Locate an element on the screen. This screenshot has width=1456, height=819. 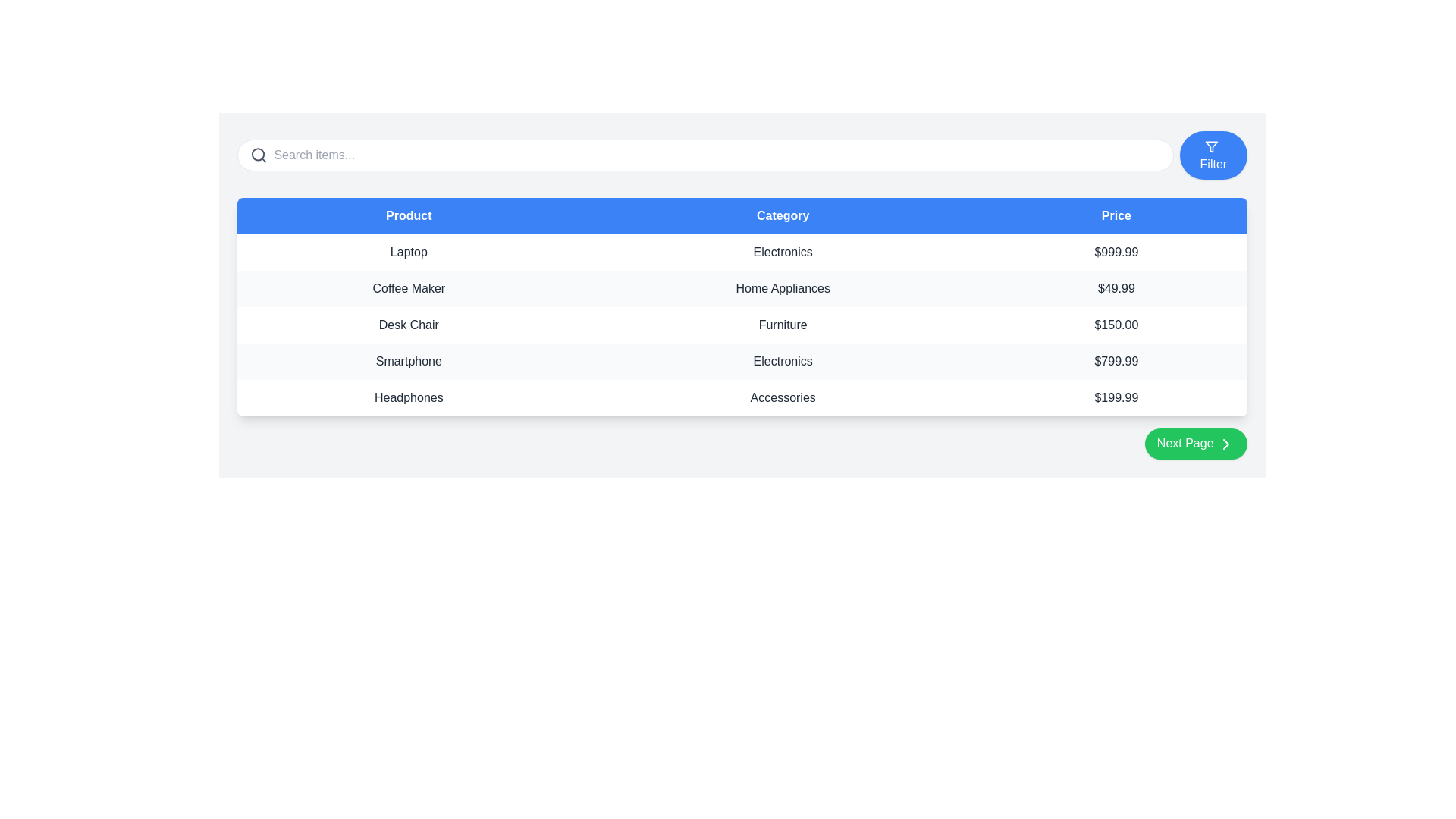
the third table row representing the product 'Desk Chair' with category 'Furniture' and price '$150.00' is located at coordinates (742, 324).